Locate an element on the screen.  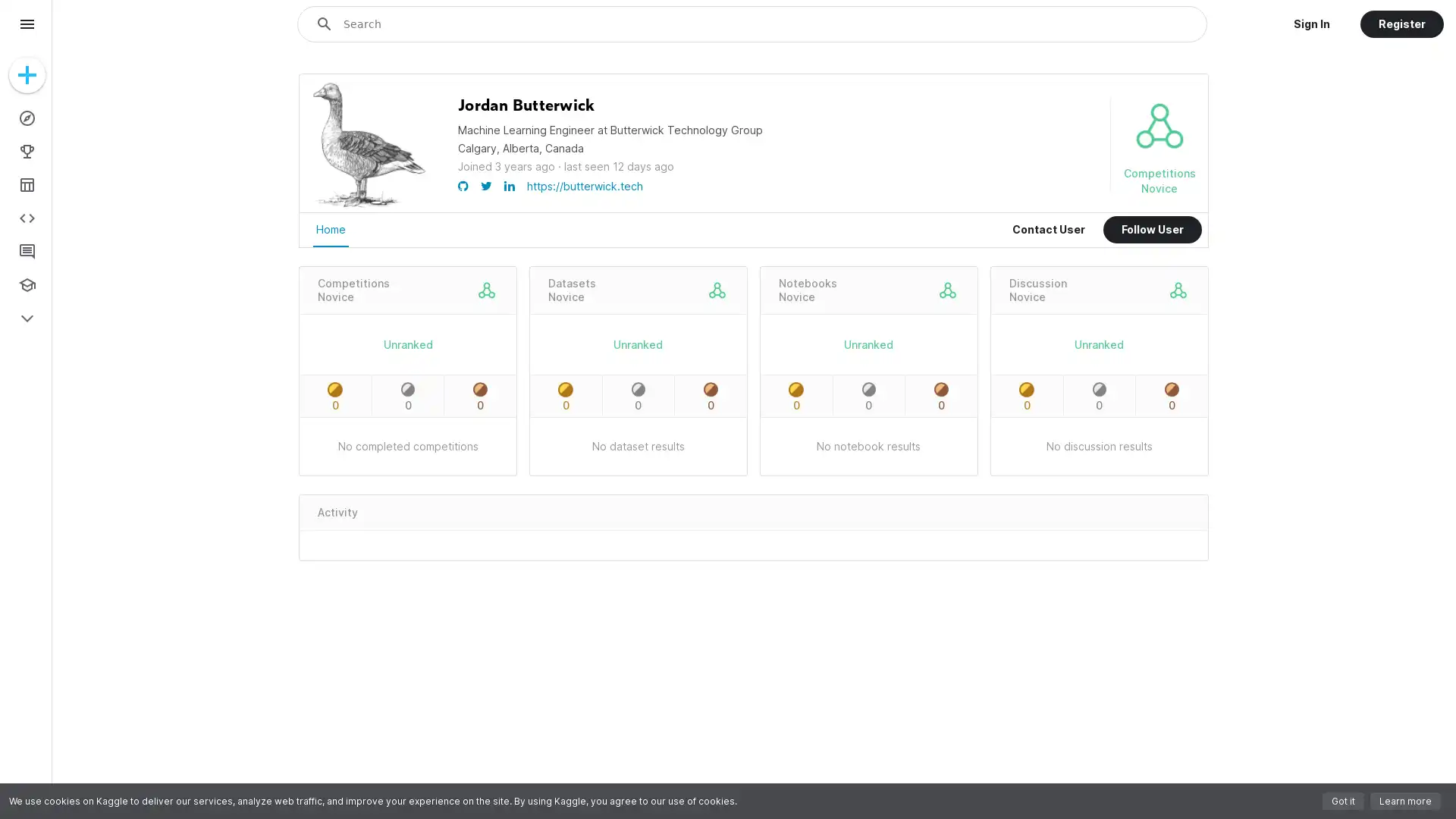
menu is located at coordinates (27, 24).